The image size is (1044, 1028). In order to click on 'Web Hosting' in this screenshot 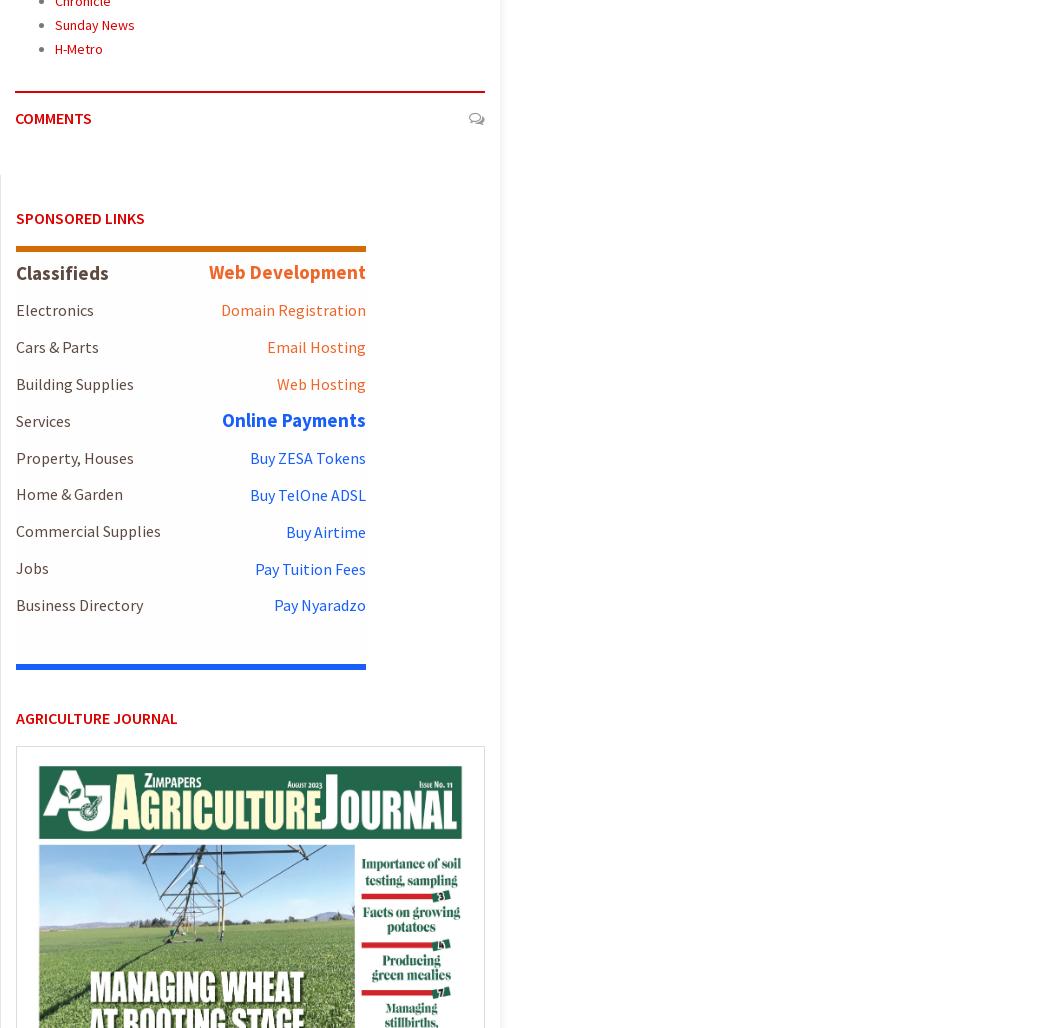, I will do `click(320, 382)`.